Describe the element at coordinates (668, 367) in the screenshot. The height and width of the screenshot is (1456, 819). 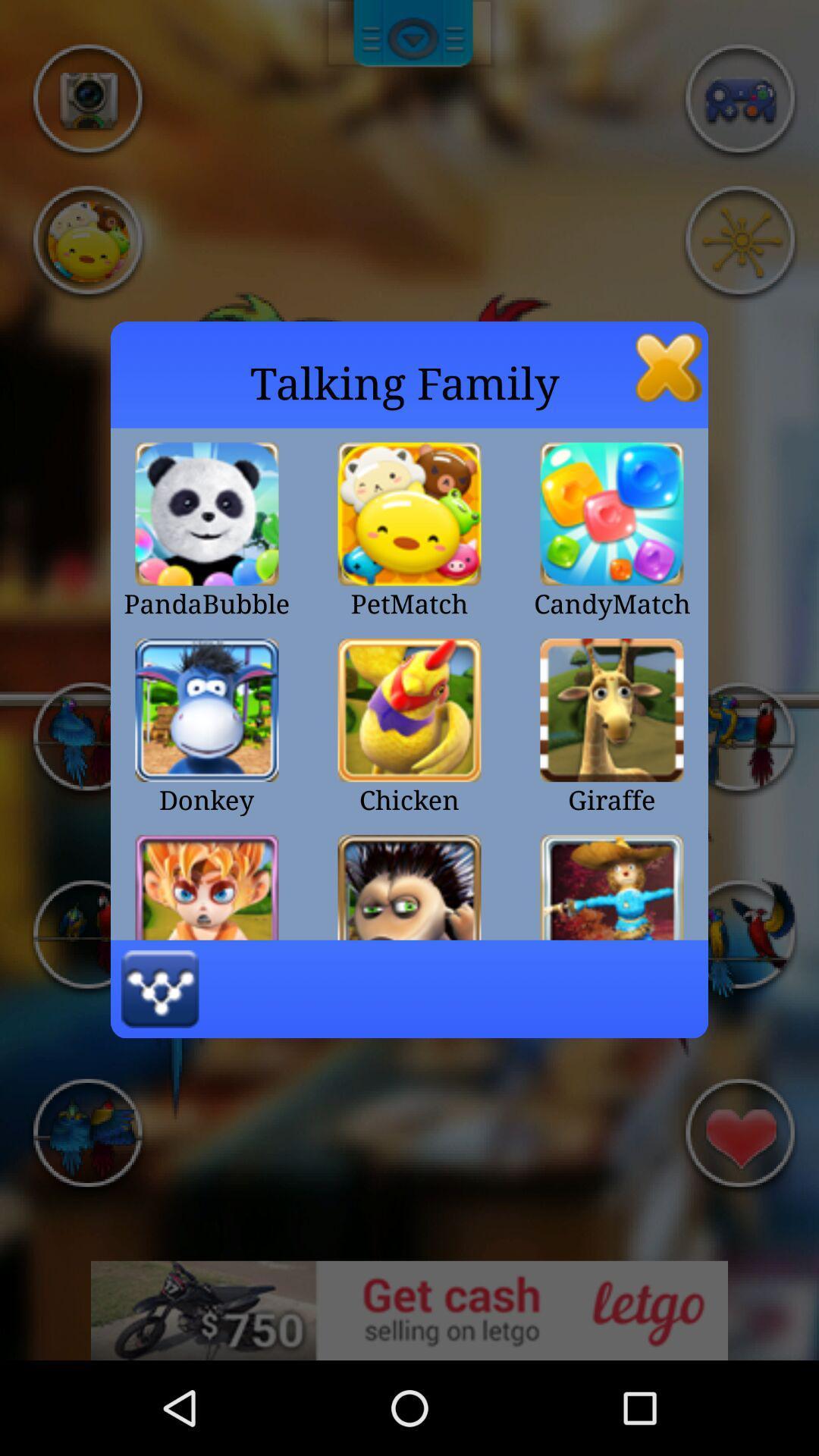
I see `the sub-menu` at that location.